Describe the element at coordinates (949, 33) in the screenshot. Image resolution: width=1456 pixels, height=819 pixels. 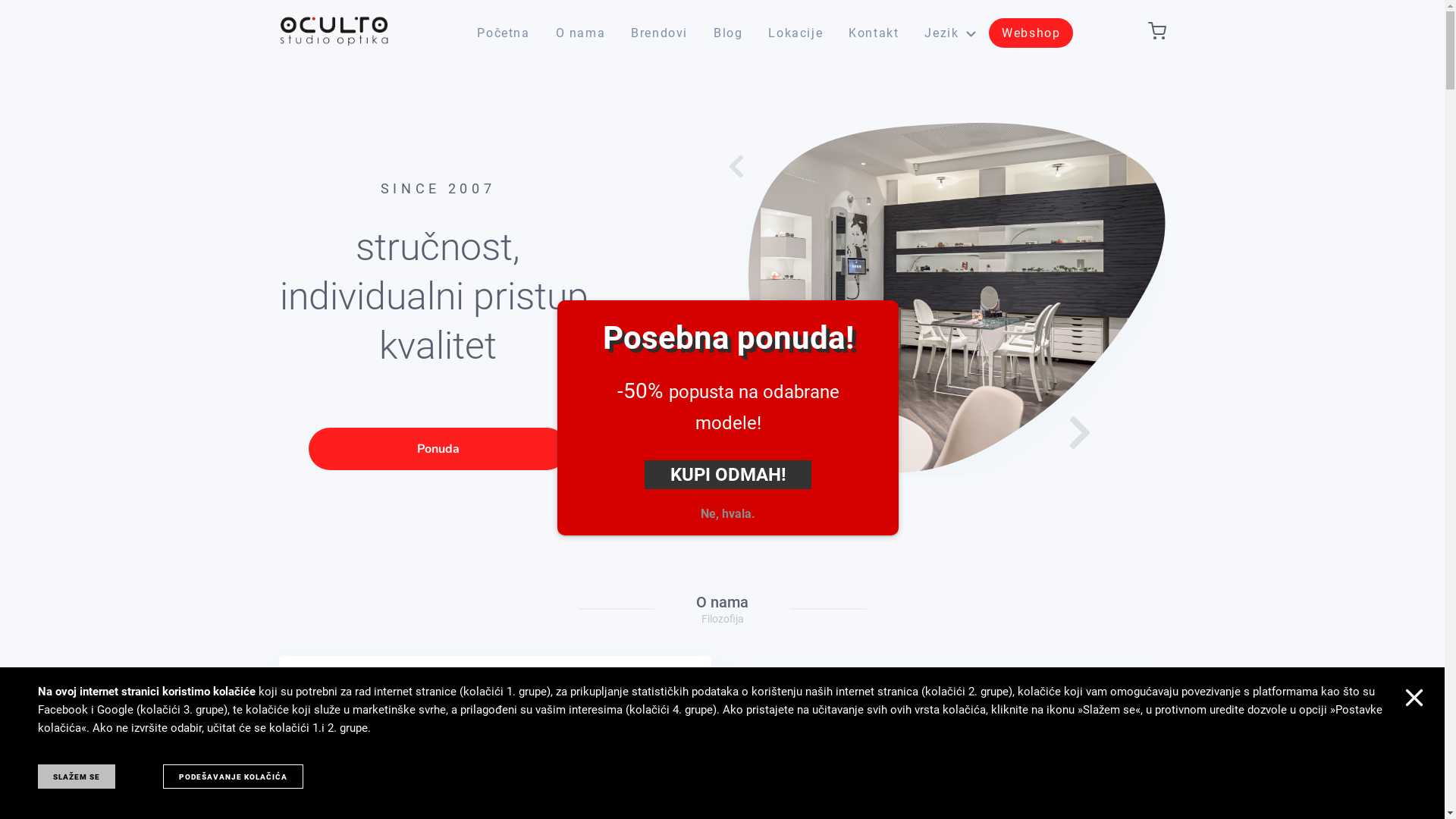
I see `'Jezik'` at that location.